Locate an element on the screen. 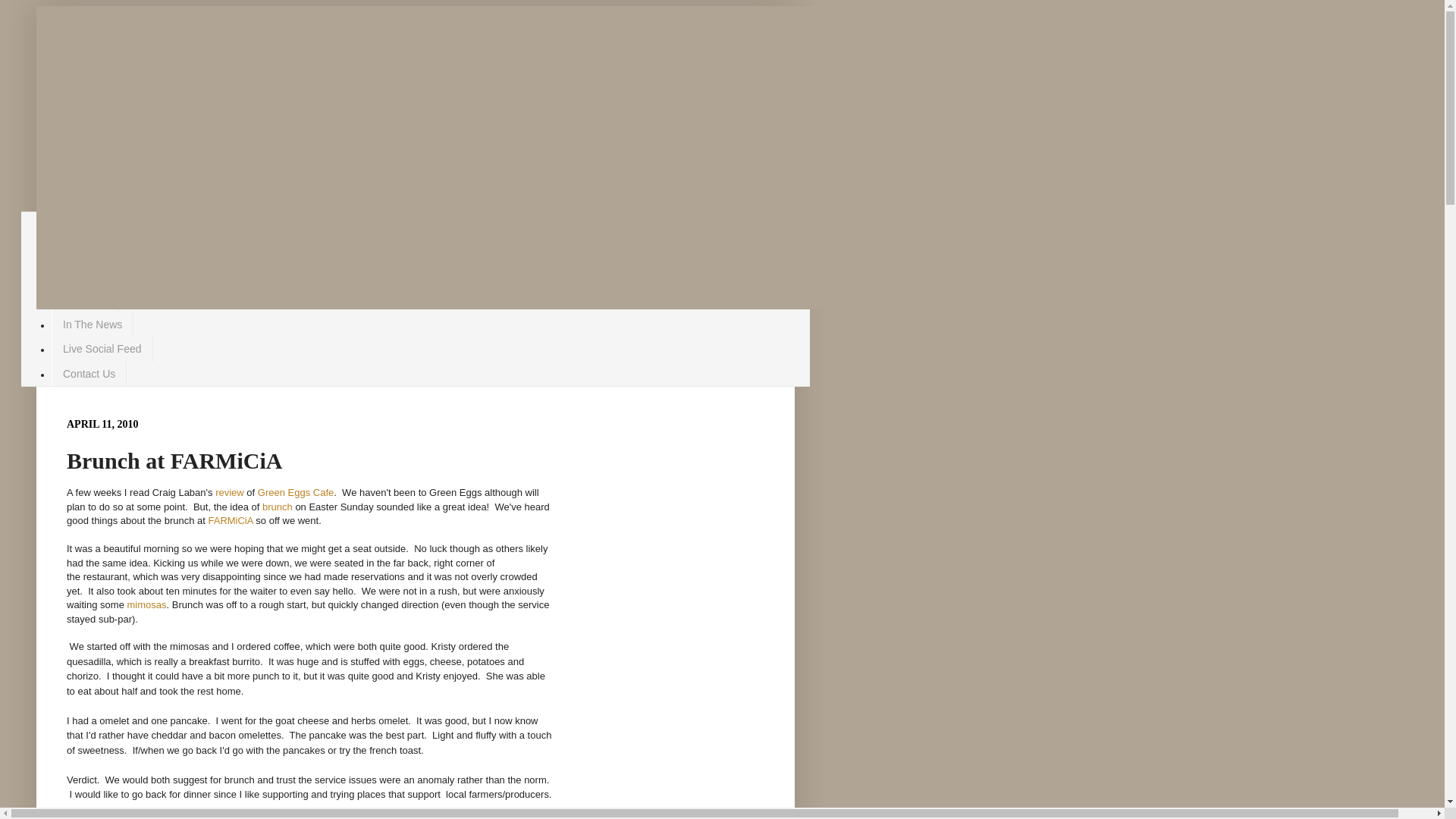  'Green Eggs Cafe' is located at coordinates (295, 492).